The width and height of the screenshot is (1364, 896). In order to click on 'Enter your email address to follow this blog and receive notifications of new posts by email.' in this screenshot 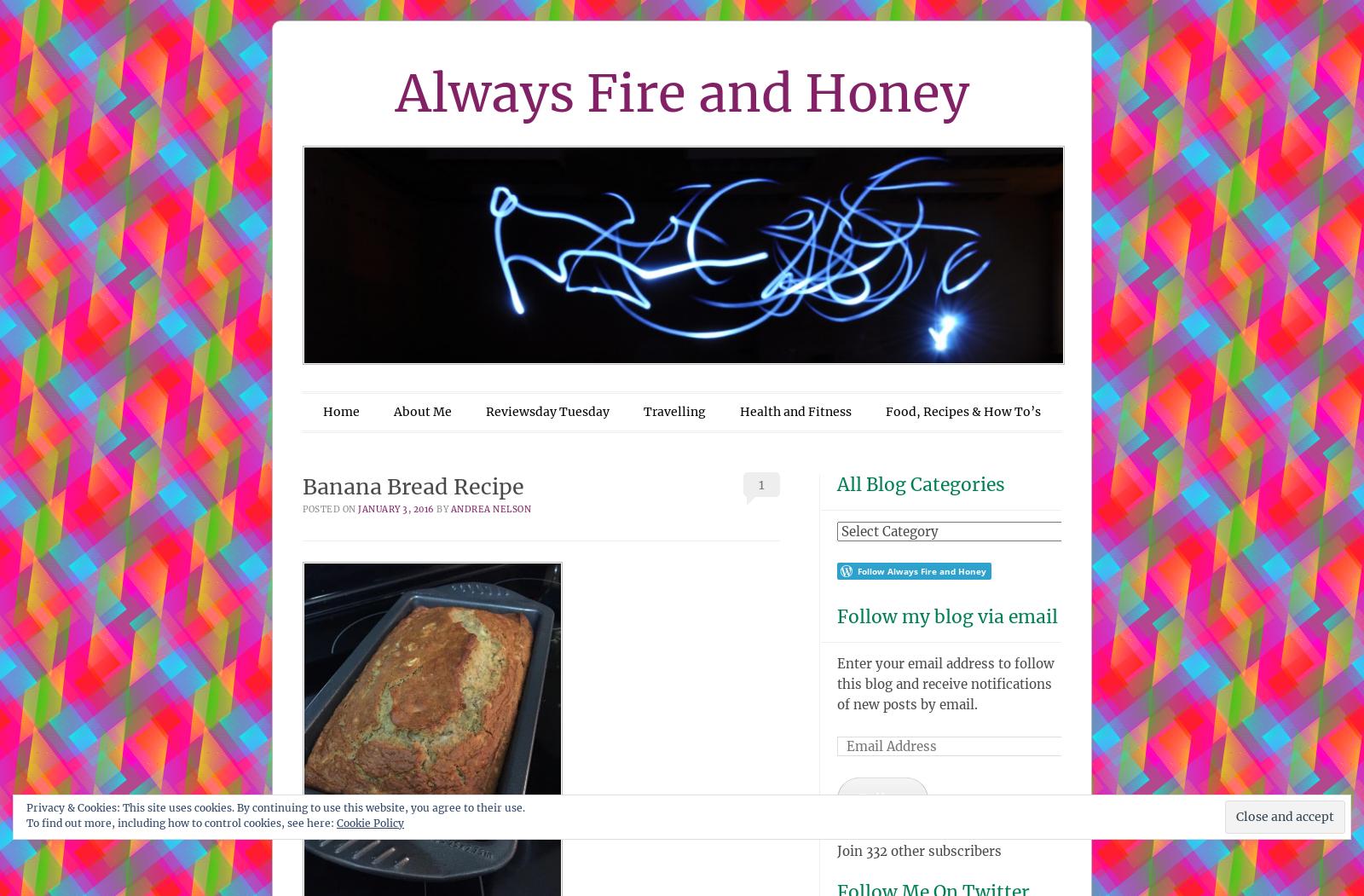, I will do `click(835, 683)`.